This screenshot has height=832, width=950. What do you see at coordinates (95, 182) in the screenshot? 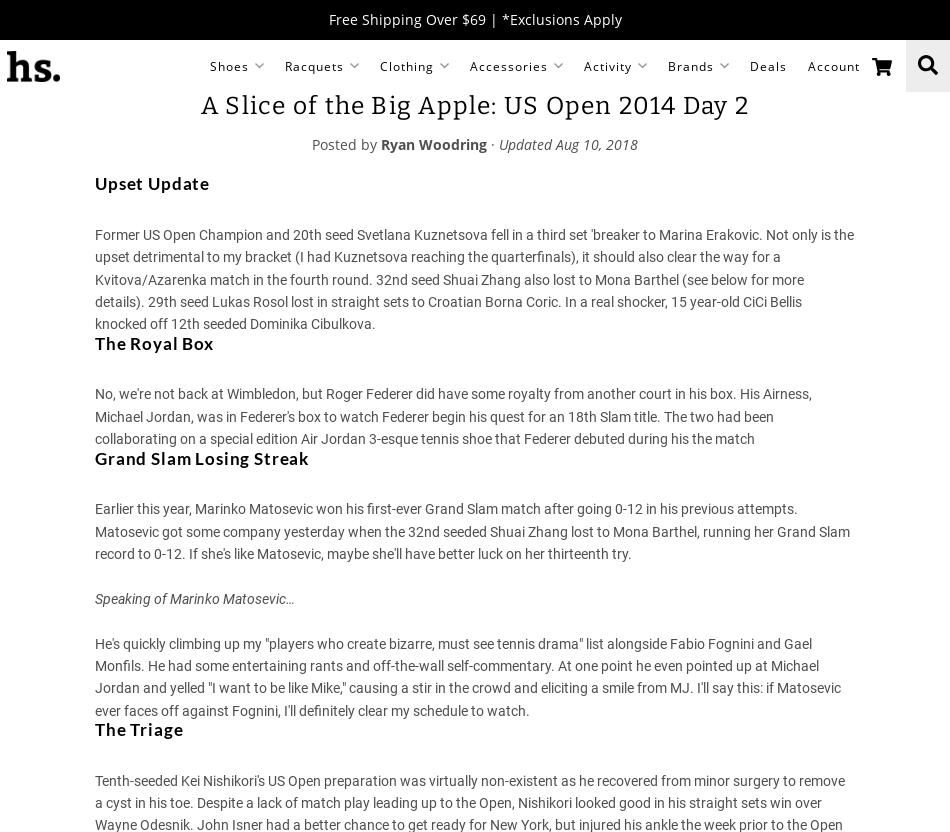
I see `'Upset Update'` at bounding box center [95, 182].